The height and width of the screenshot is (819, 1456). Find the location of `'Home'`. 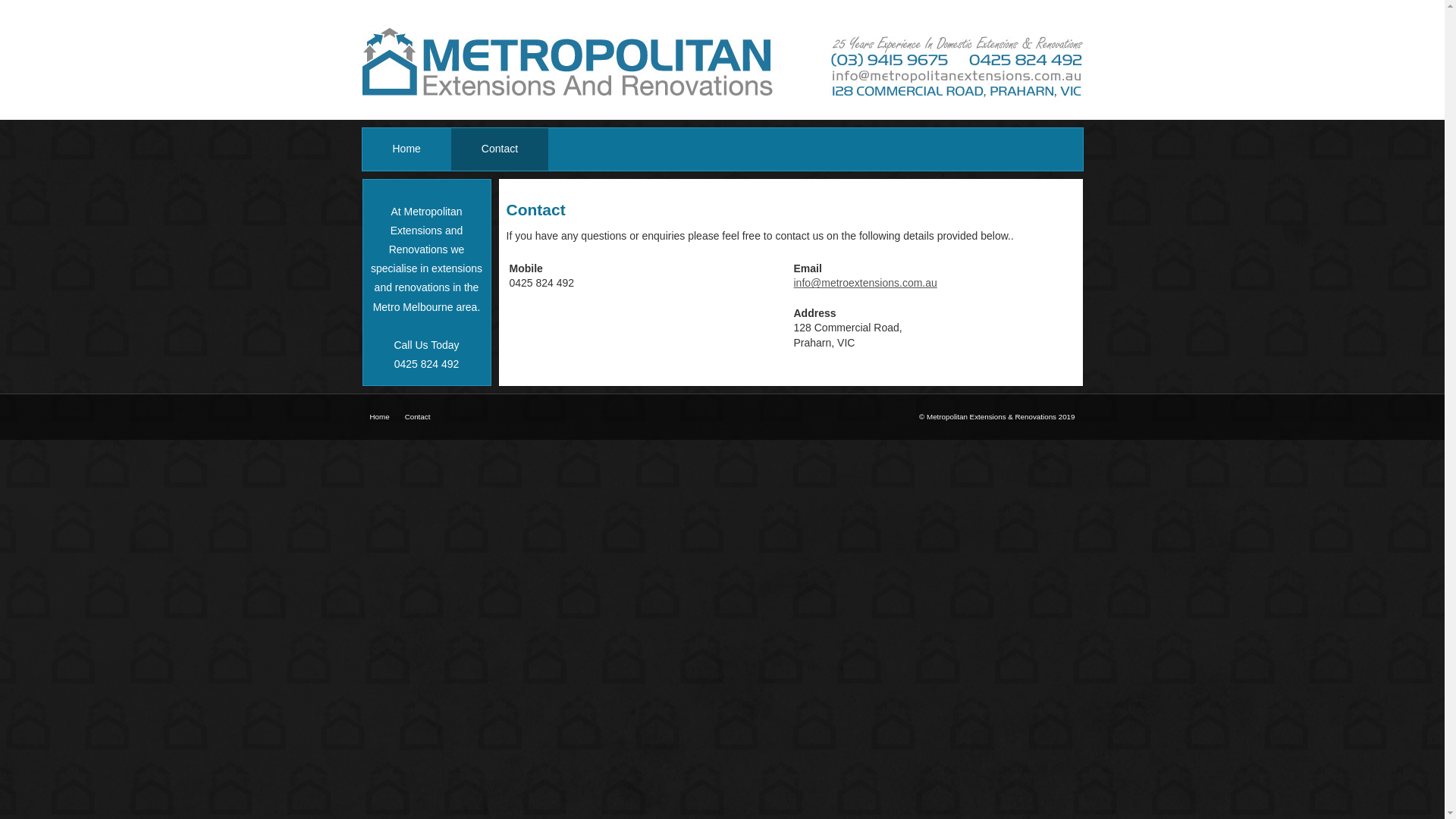

'Home' is located at coordinates (362, 149).